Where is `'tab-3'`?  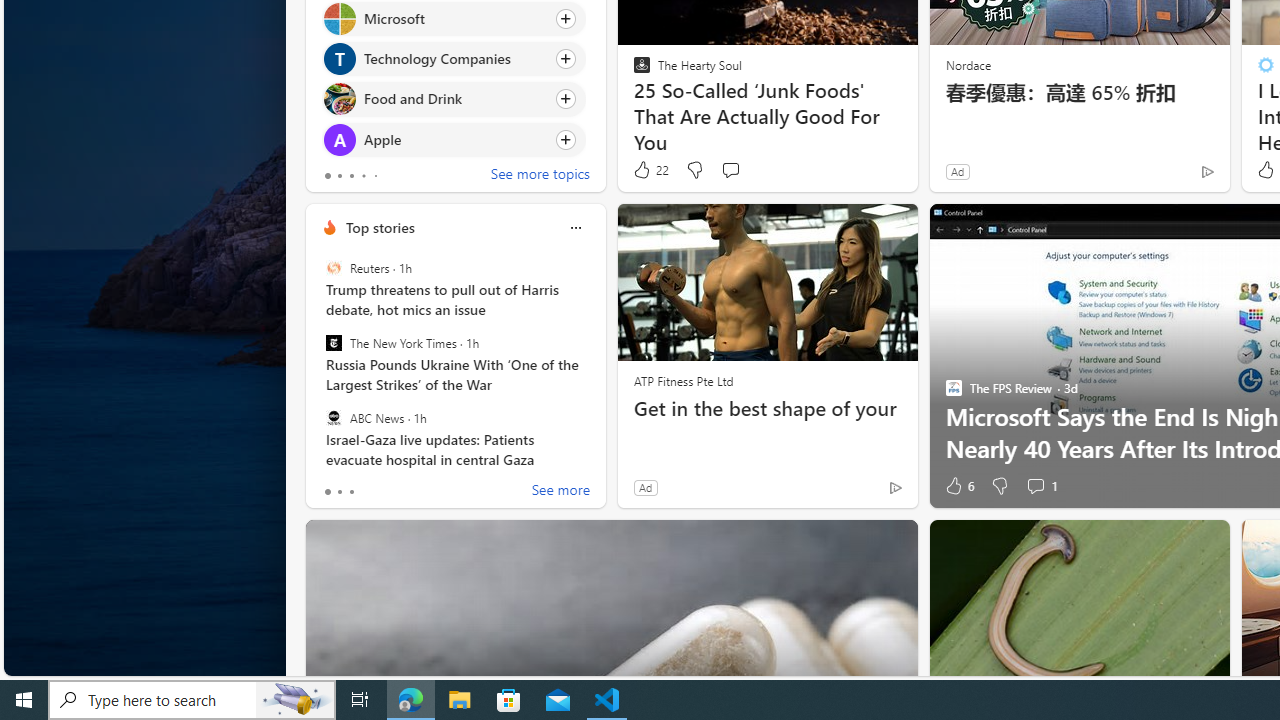
'tab-3' is located at coordinates (363, 175).